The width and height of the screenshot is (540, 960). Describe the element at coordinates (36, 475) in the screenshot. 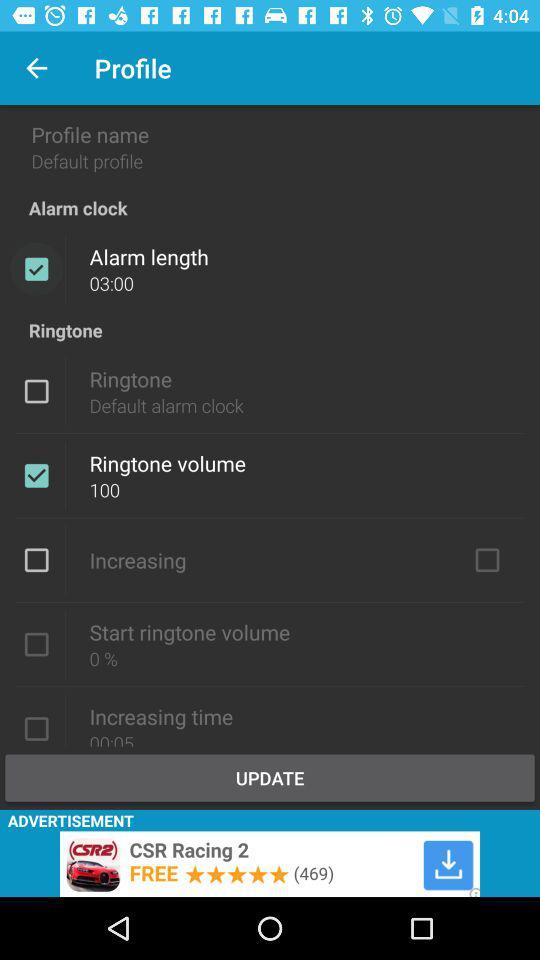

I see `turn ringtone on/off` at that location.